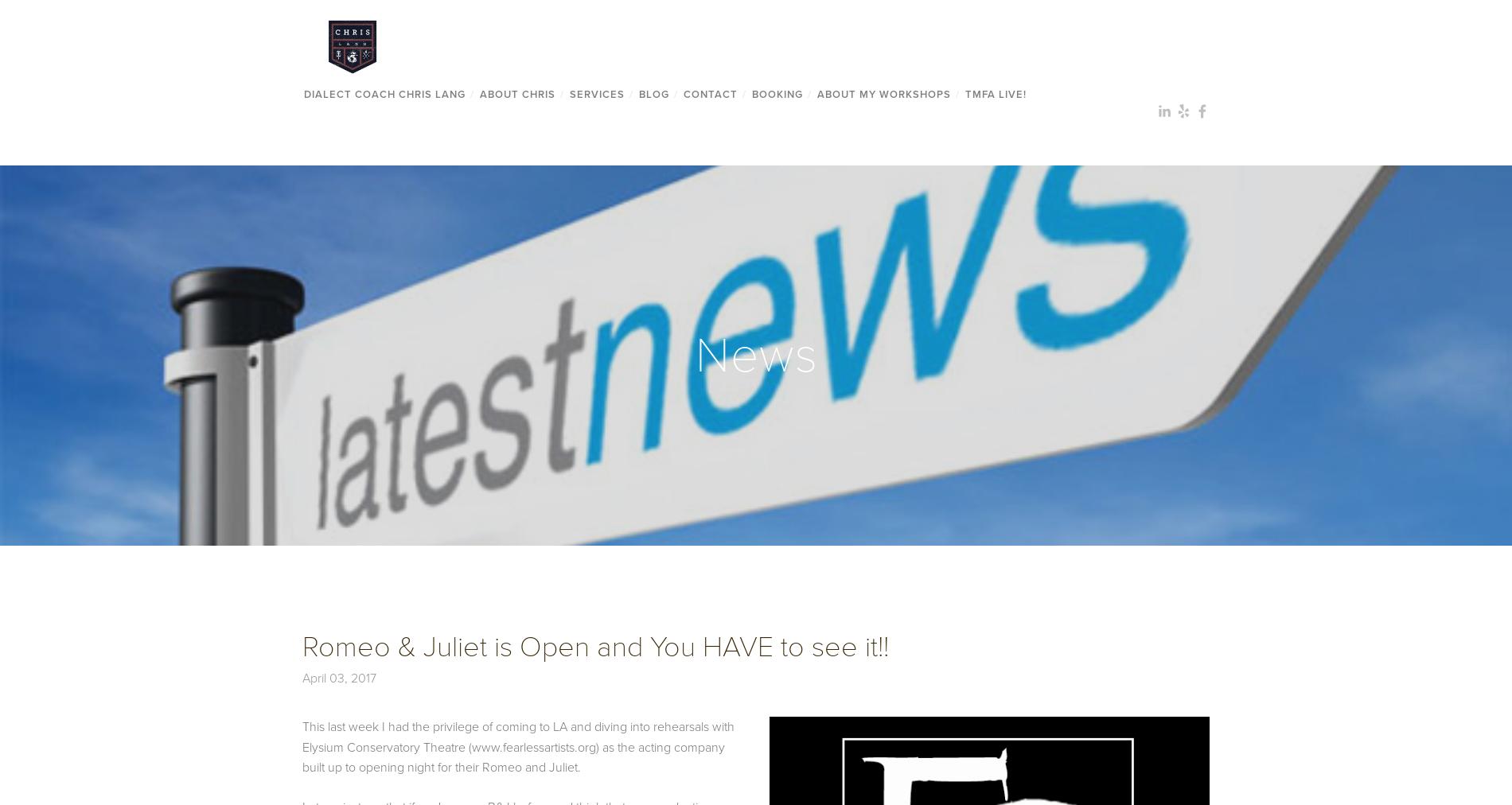 This screenshot has width=1512, height=805. I want to click on 'TMFA Live!', so click(994, 92).